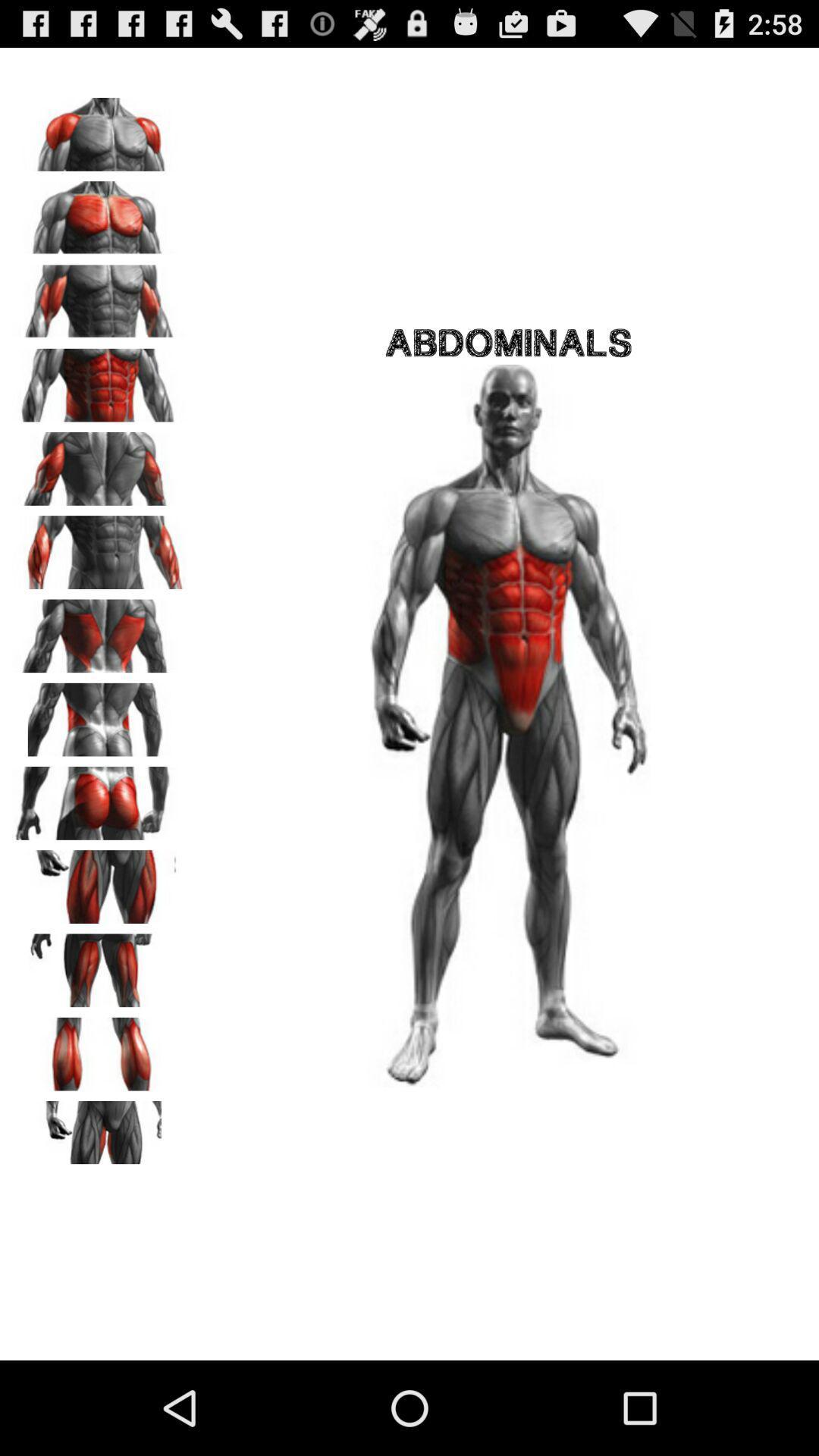 The image size is (819, 1456). I want to click on switch body part, so click(99, 631).